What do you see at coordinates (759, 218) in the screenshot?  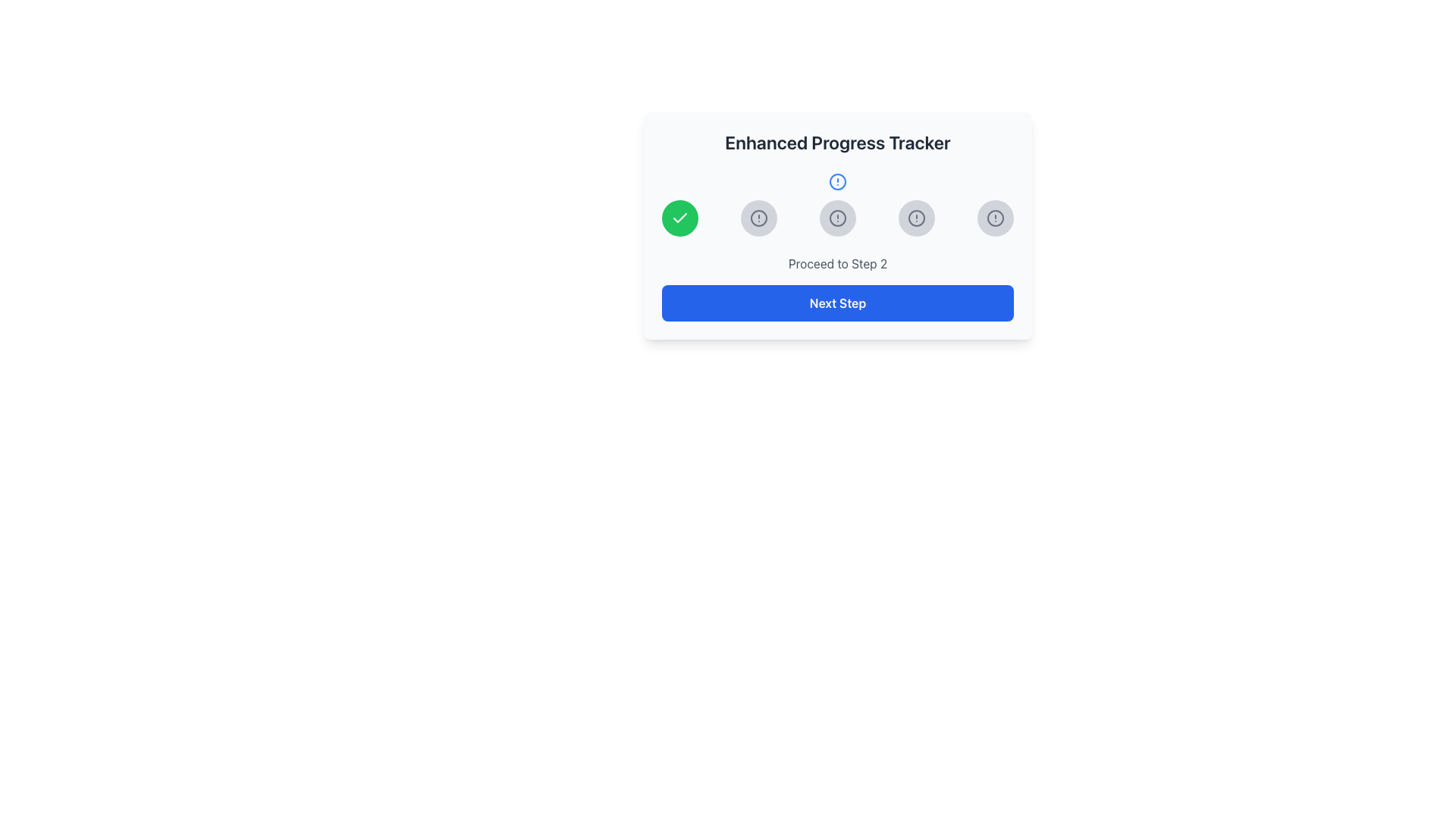 I see `the styling or state of the second circular progress tracker step in the Enhanced Progress Tracker, which is inactive or informational` at bounding box center [759, 218].